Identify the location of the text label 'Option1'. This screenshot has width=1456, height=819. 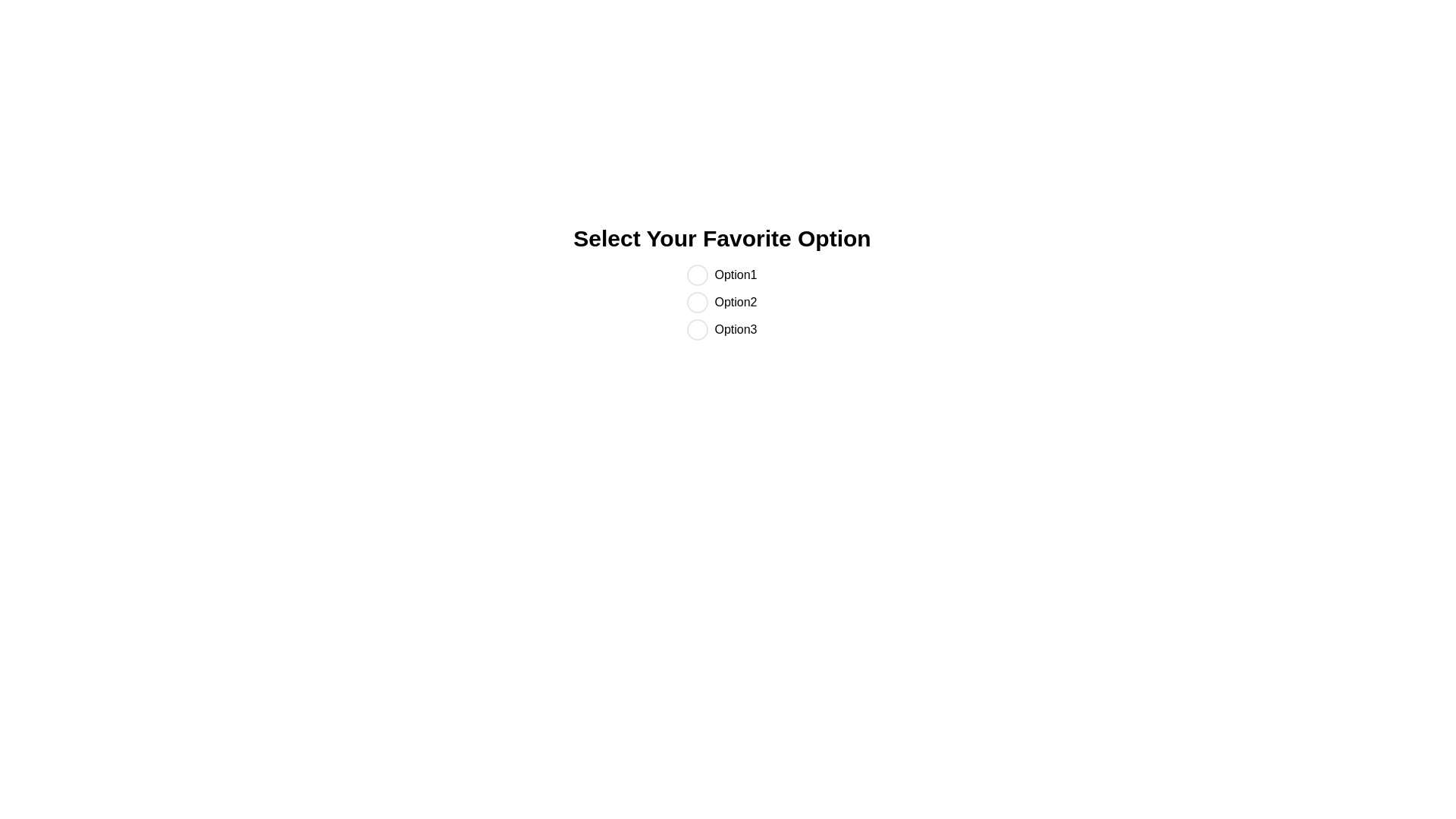
(736, 275).